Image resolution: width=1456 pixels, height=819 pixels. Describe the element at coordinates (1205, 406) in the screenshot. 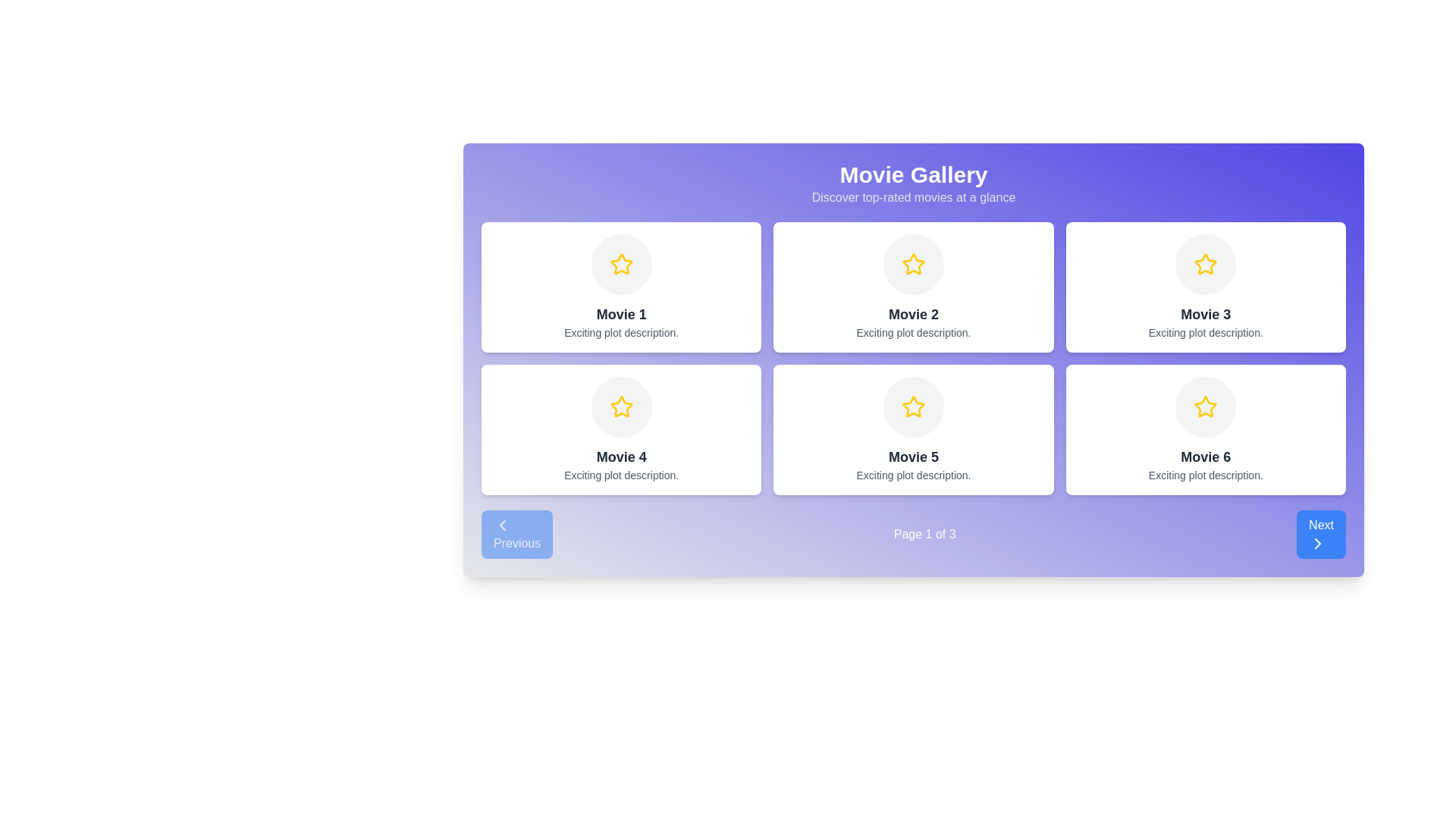

I see `the star icon used for rating or marking favorites, located in the bottom-right corner of the sixth tile in the gallery` at that location.